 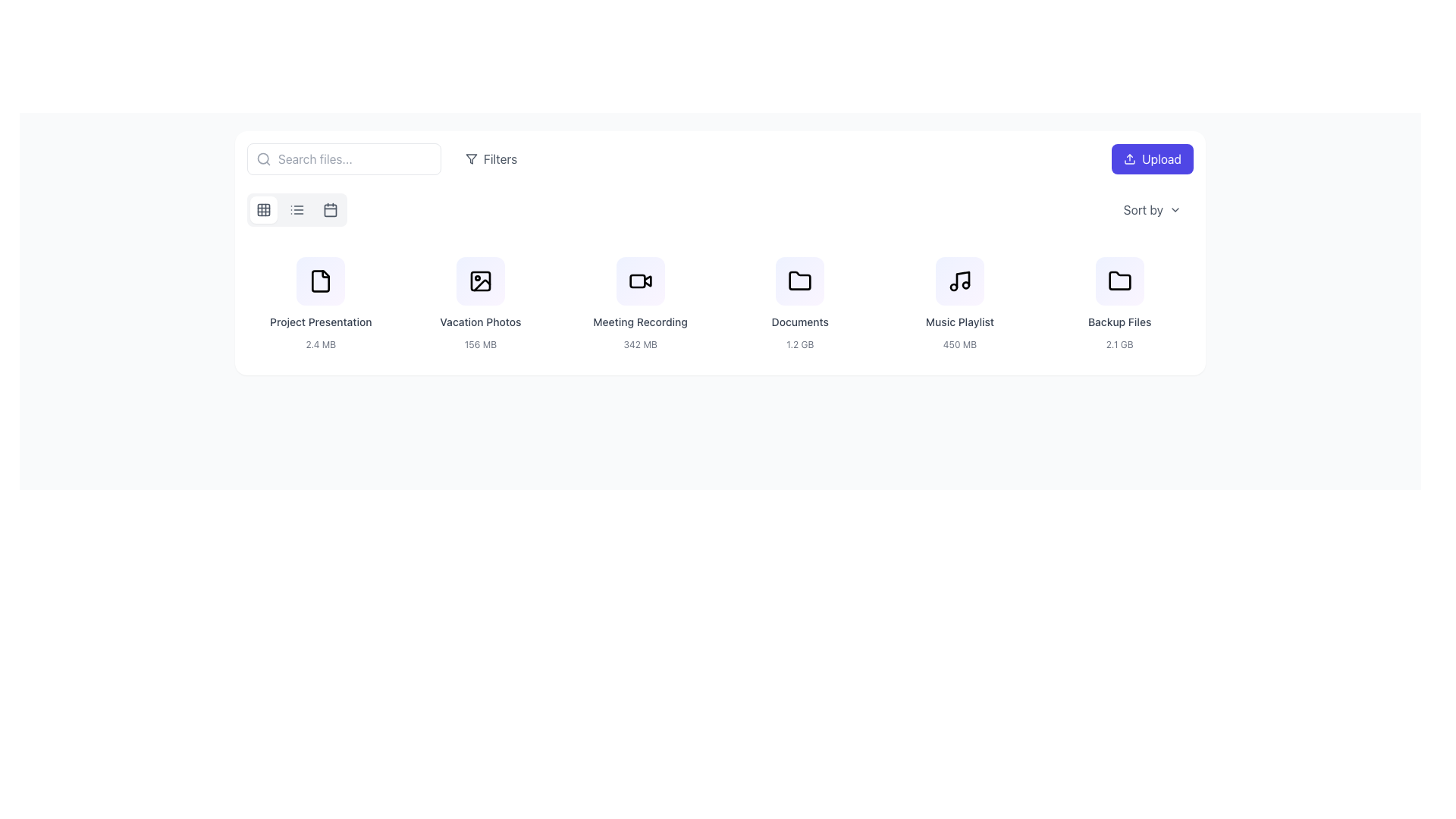 What do you see at coordinates (320, 281) in the screenshot?
I see `the icon representing a file or document, which resembles a document sheet with a folded corner` at bounding box center [320, 281].